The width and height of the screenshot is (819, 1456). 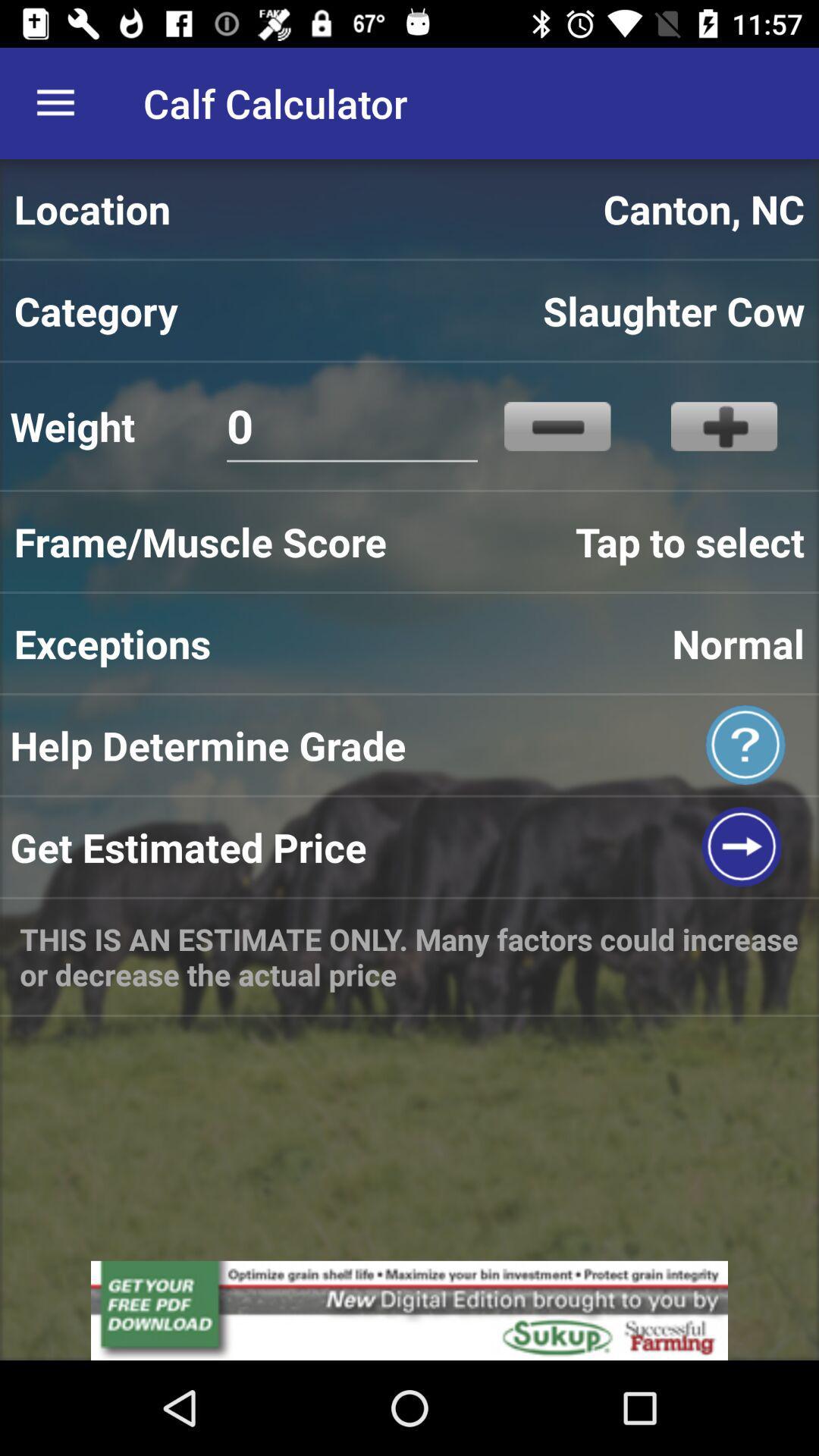 What do you see at coordinates (557, 425) in the screenshot?
I see `decrease value` at bounding box center [557, 425].